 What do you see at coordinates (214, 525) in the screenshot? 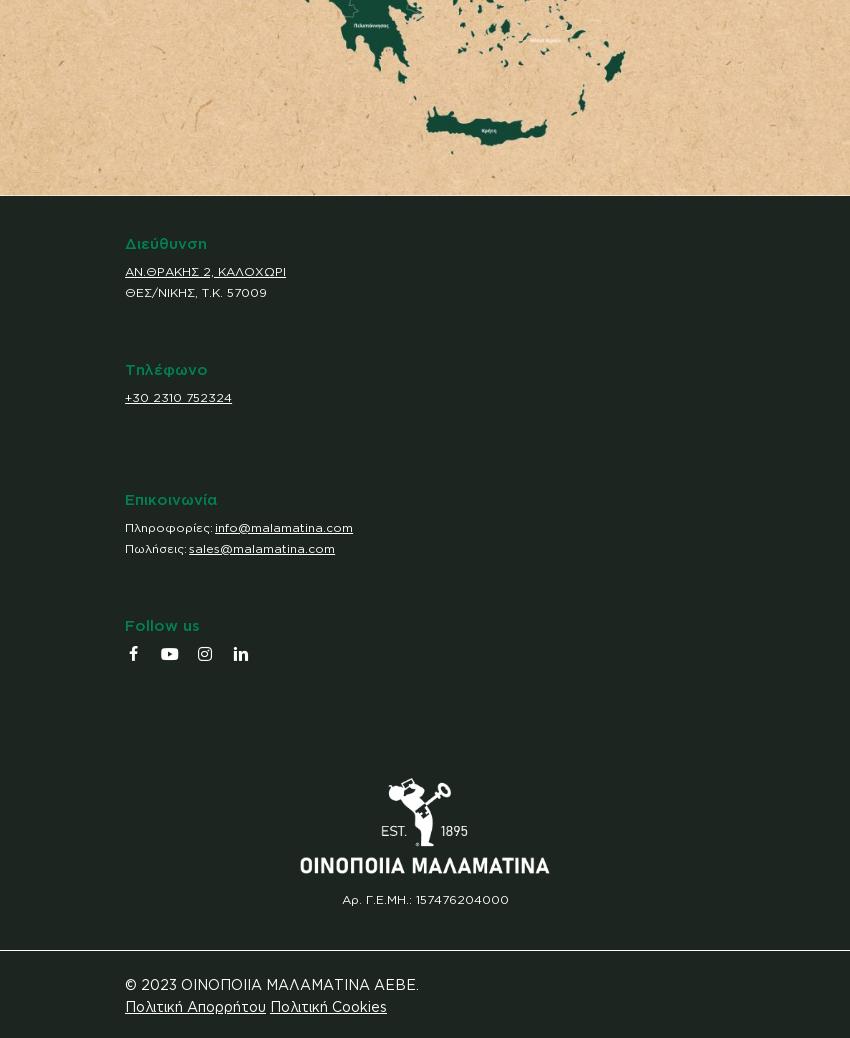
I see `'info@malamatina.com'` at bounding box center [214, 525].